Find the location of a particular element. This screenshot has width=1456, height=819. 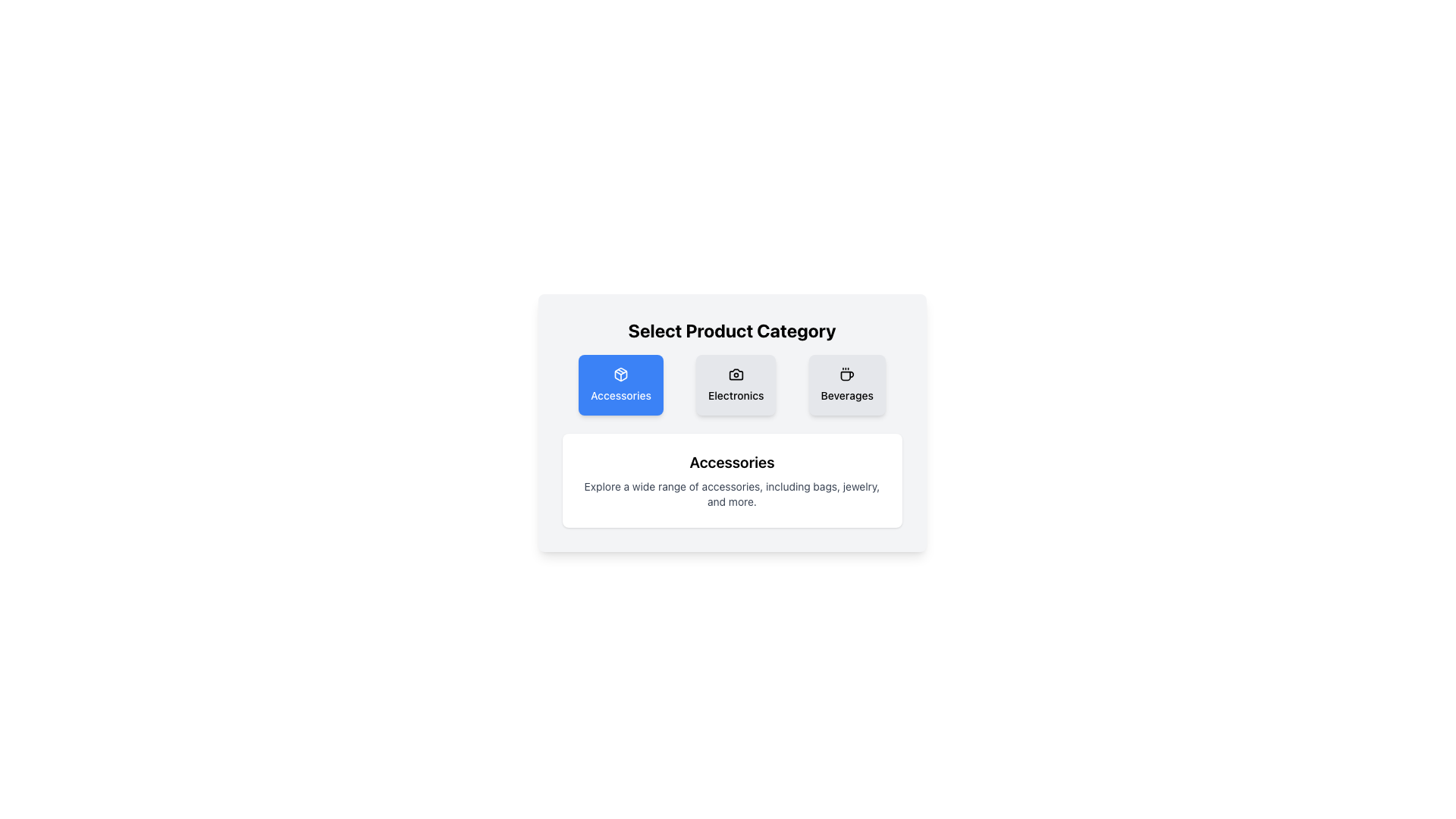

the middle card labeled 'Electronics' which has a light gray background, rounded corners, and a camera icon at the top is located at coordinates (736, 384).